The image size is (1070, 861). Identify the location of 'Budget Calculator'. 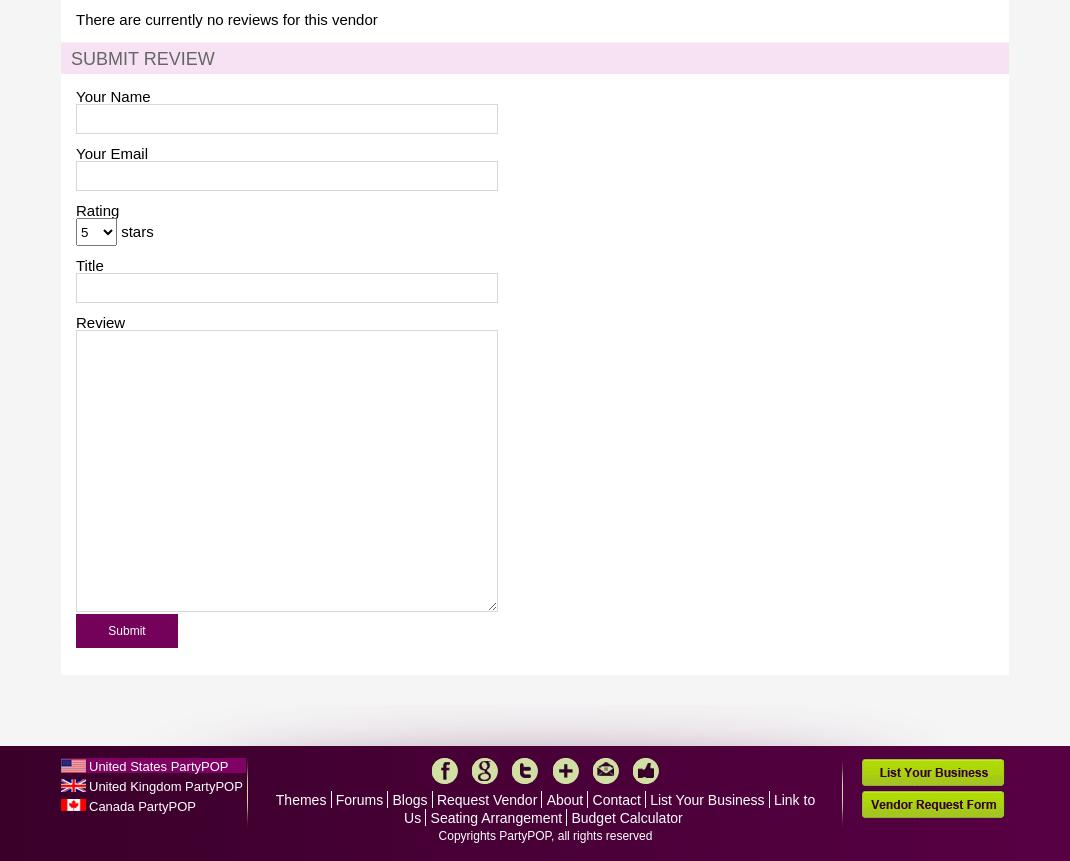
(569, 817).